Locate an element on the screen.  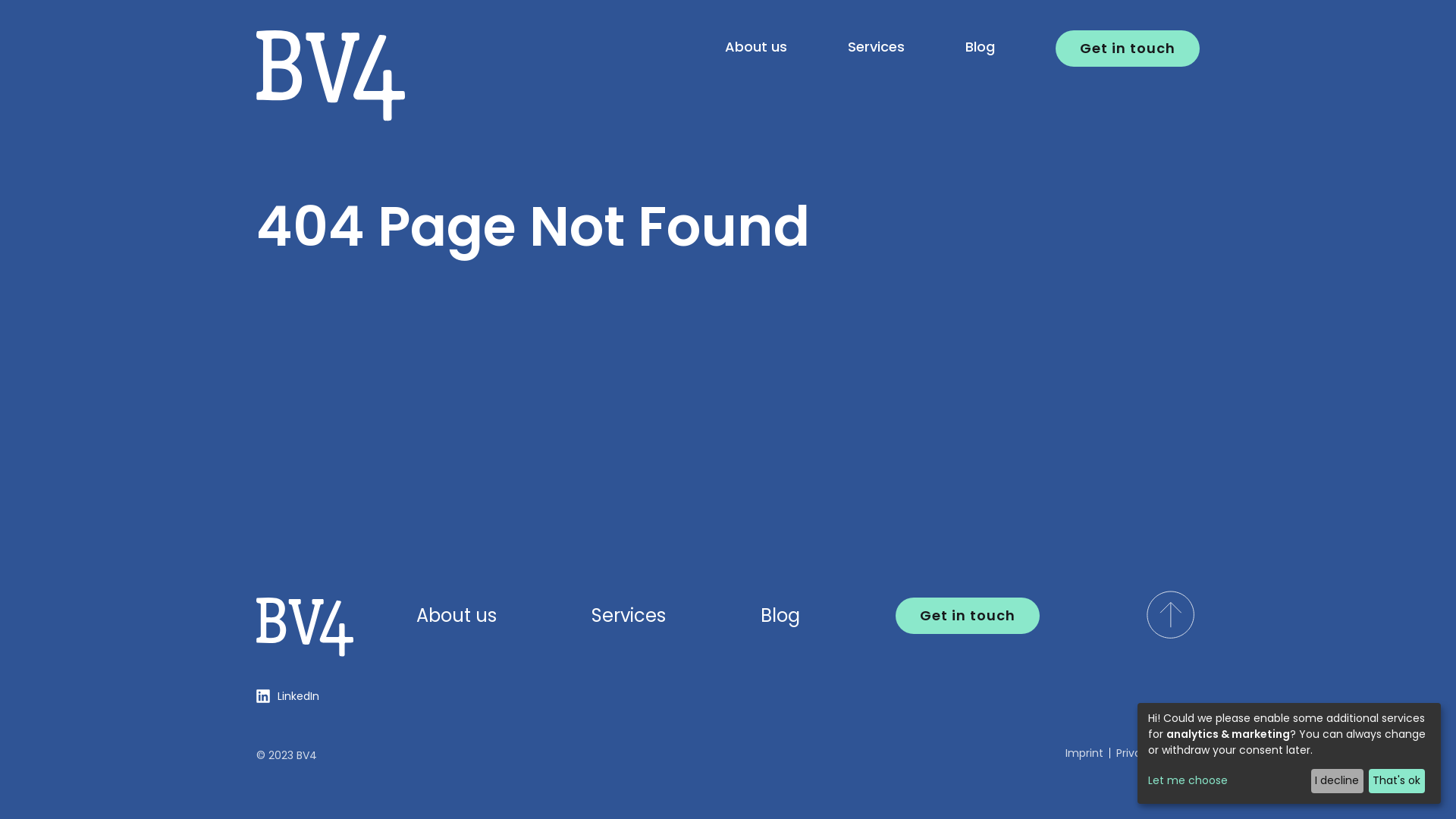
'Privacy Policy' is located at coordinates (1151, 752).